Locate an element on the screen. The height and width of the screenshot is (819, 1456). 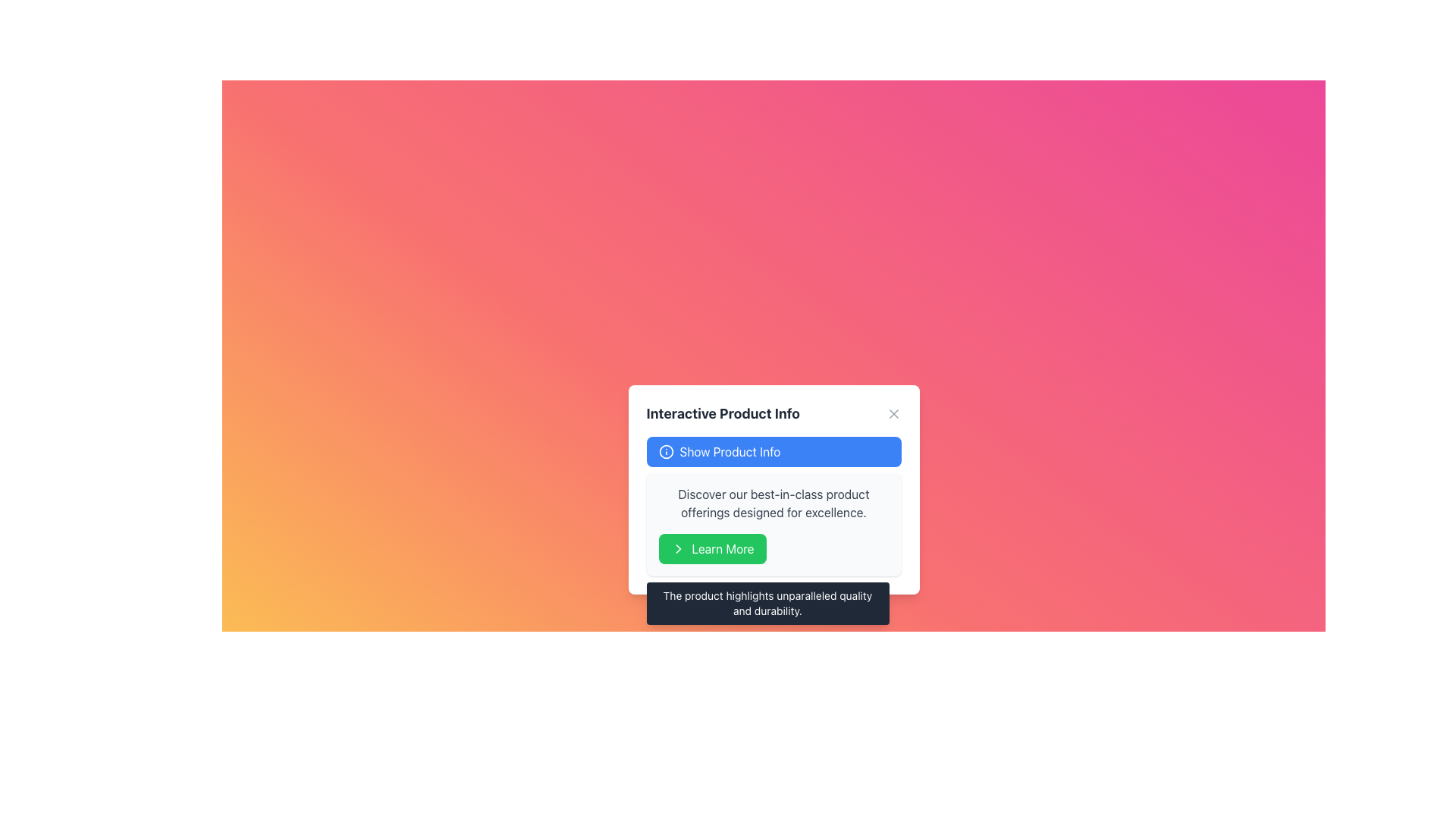
the bold static text displaying 'Interactive Product Info' located at the top-left area of the central card is located at coordinates (722, 414).